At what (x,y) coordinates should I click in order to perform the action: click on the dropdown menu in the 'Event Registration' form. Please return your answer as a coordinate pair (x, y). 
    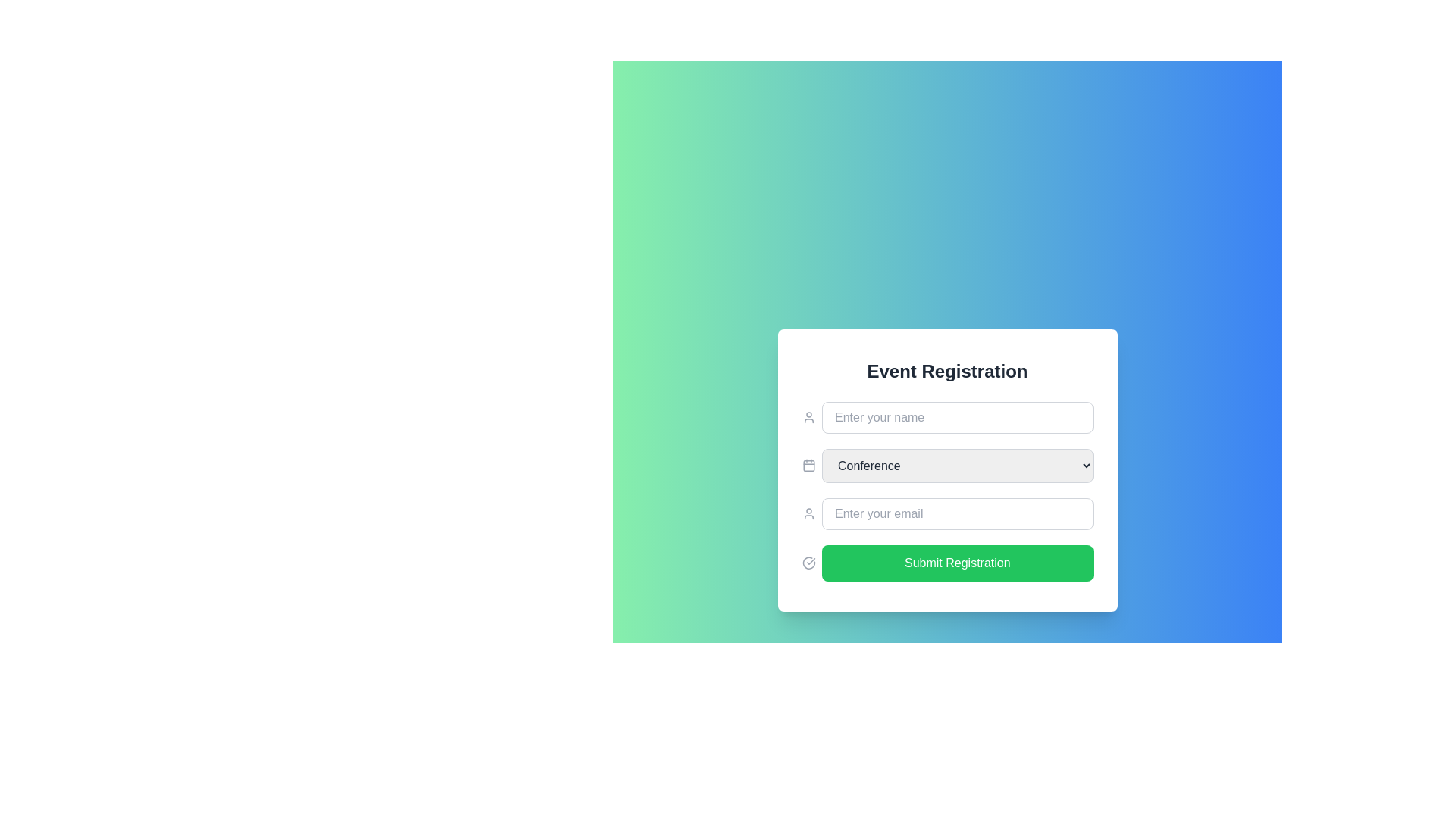
    Looking at the image, I should click on (946, 464).